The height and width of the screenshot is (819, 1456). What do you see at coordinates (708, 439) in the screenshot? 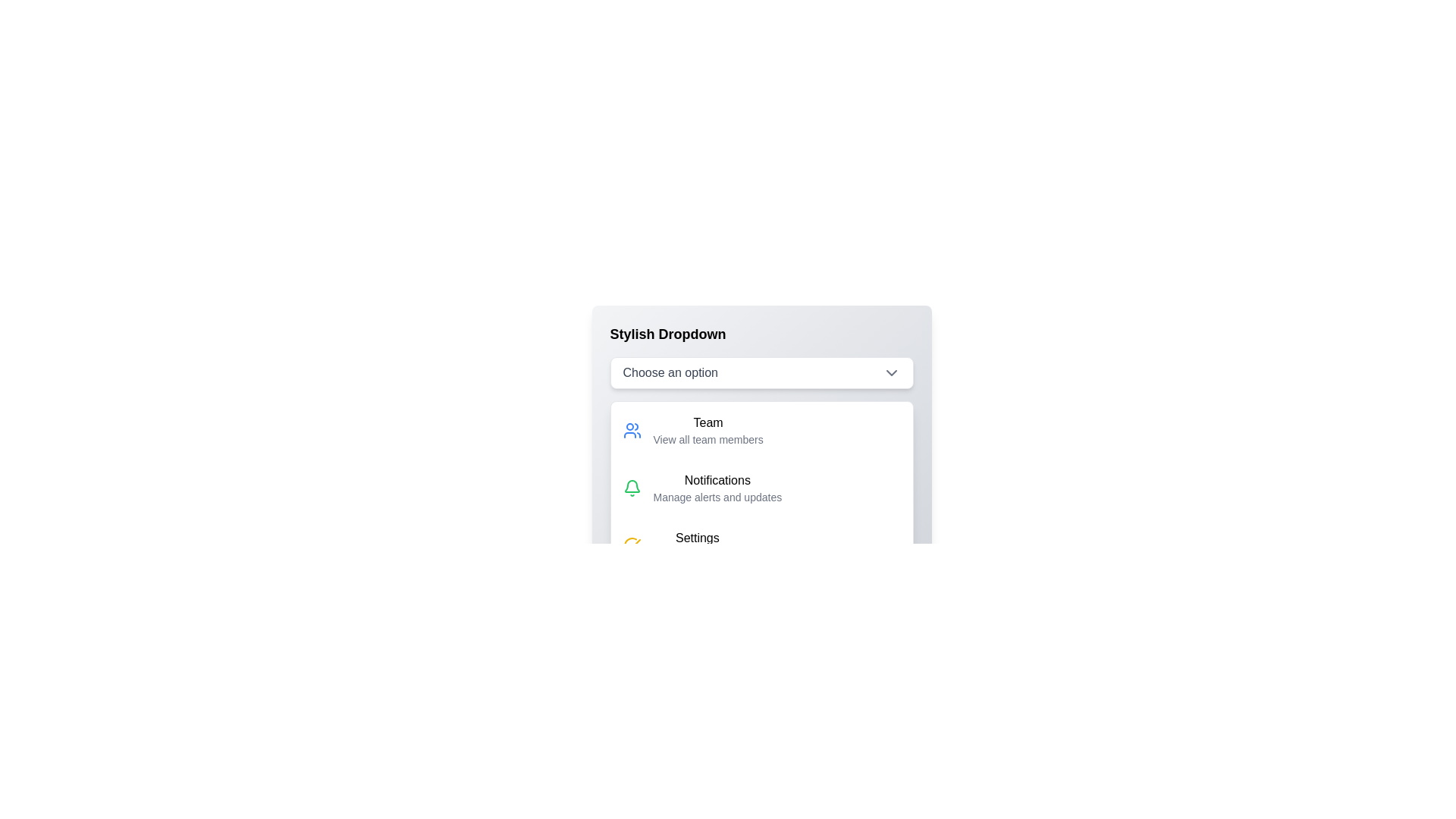
I see `the static text element that reads 'View all team members', which is styled in a smaller gray font and positioned below the bold heading 'Team'` at bounding box center [708, 439].